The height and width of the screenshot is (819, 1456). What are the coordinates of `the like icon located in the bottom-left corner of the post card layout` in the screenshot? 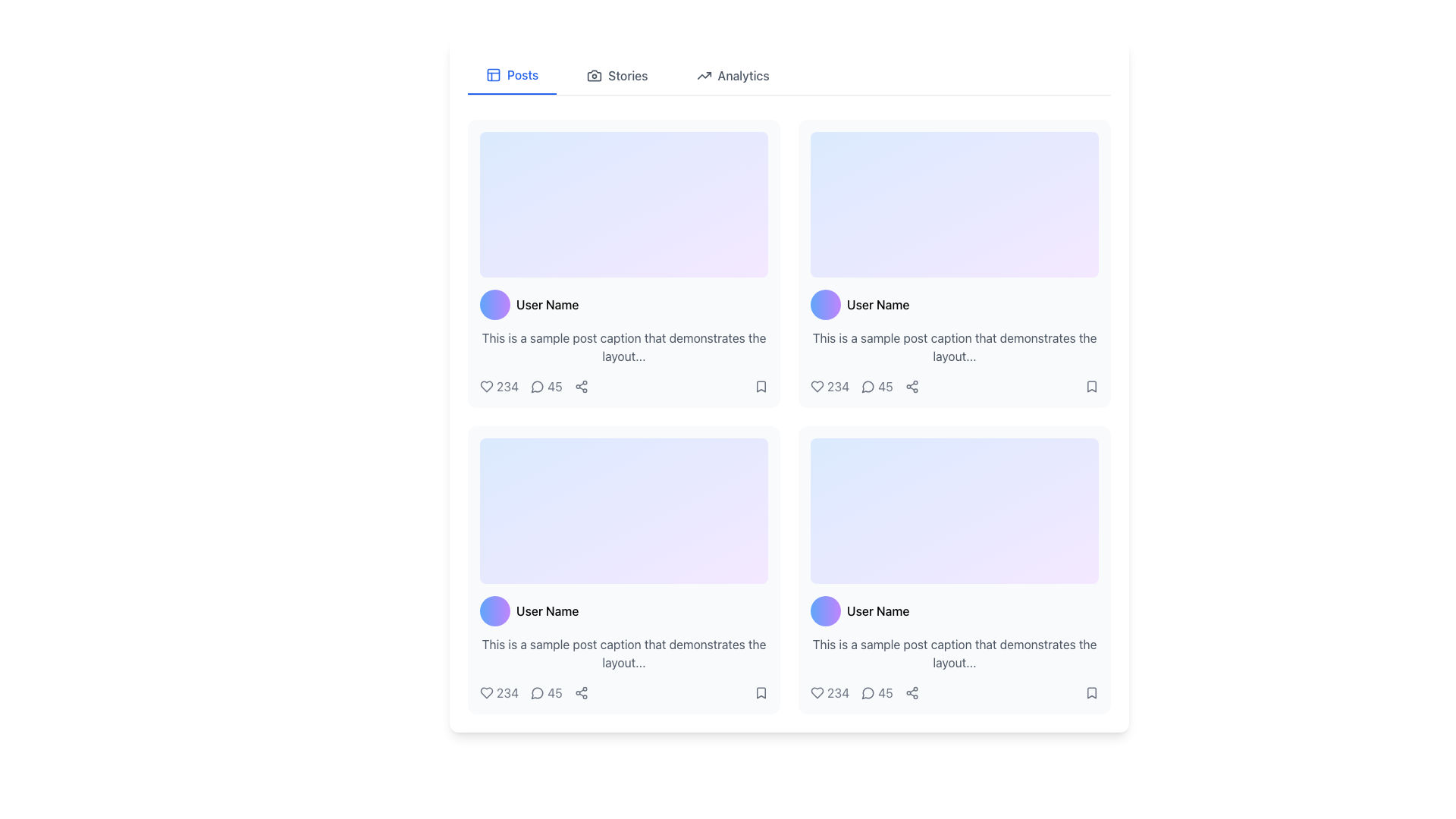 It's located at (487, 693).